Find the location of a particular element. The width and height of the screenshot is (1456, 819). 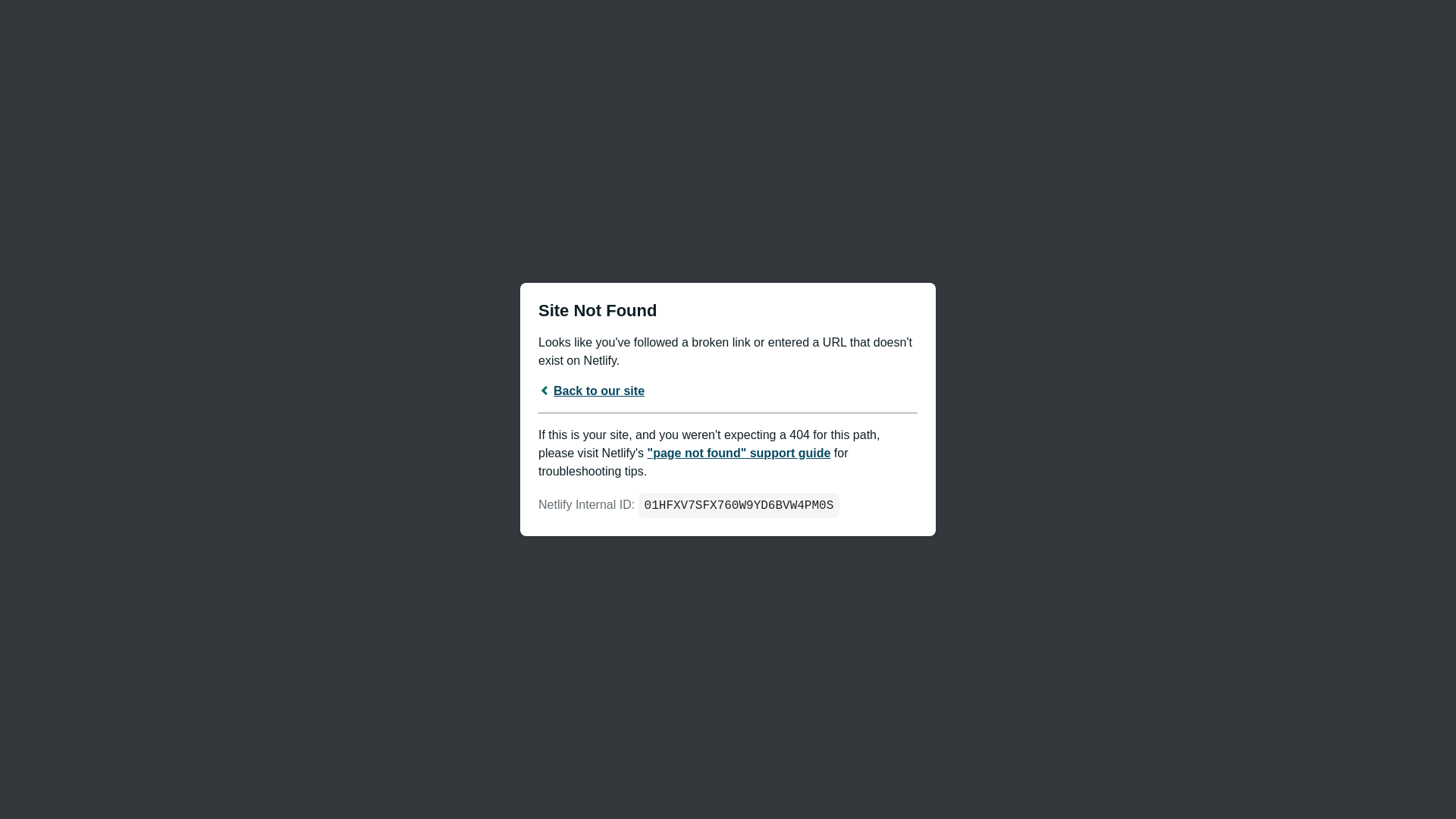

'Back to our site' is located at coordinates (590, 390).